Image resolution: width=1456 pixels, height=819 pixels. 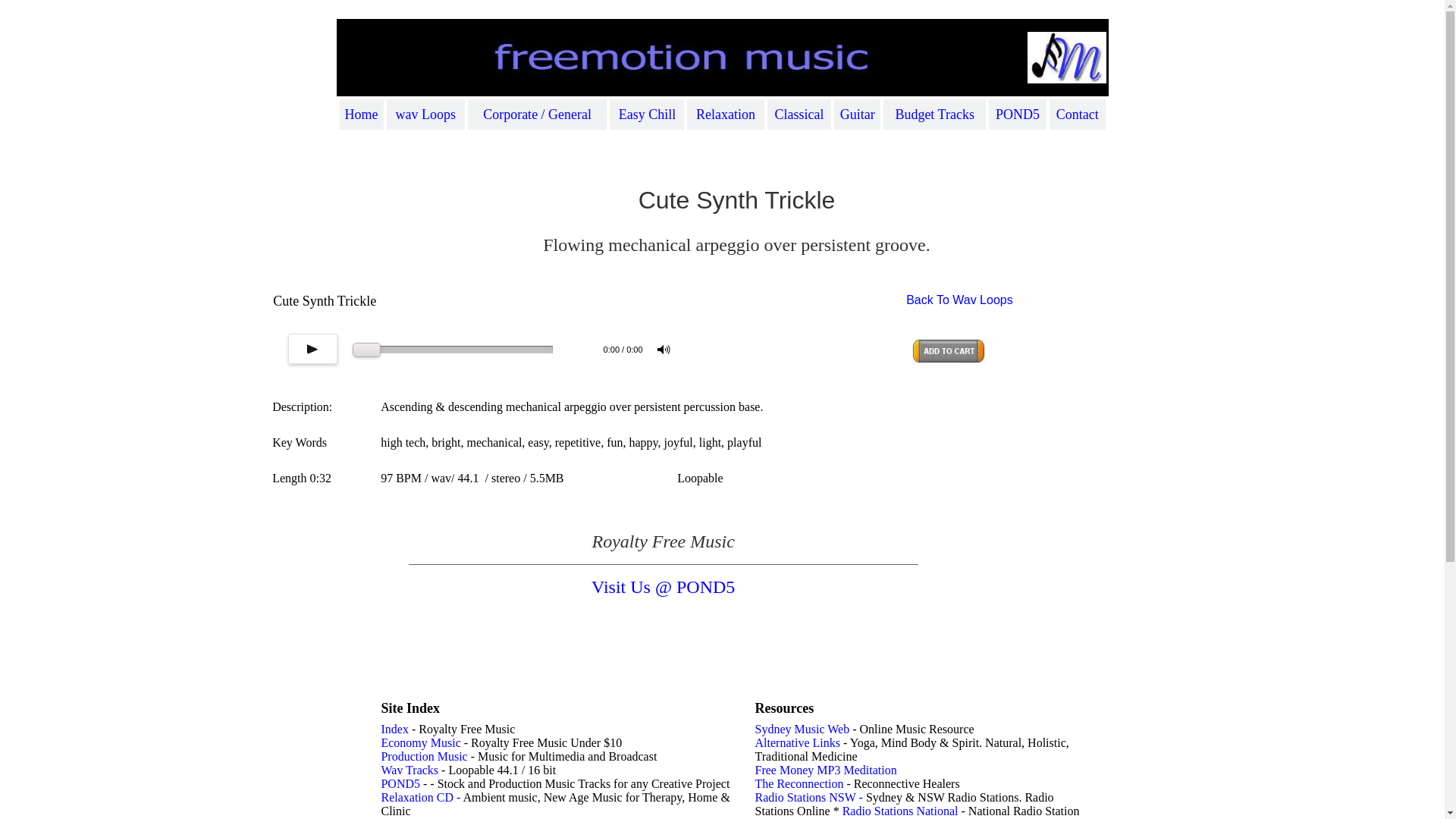 I want to click on 'Budget Tracks', so click(x=934, y=113).